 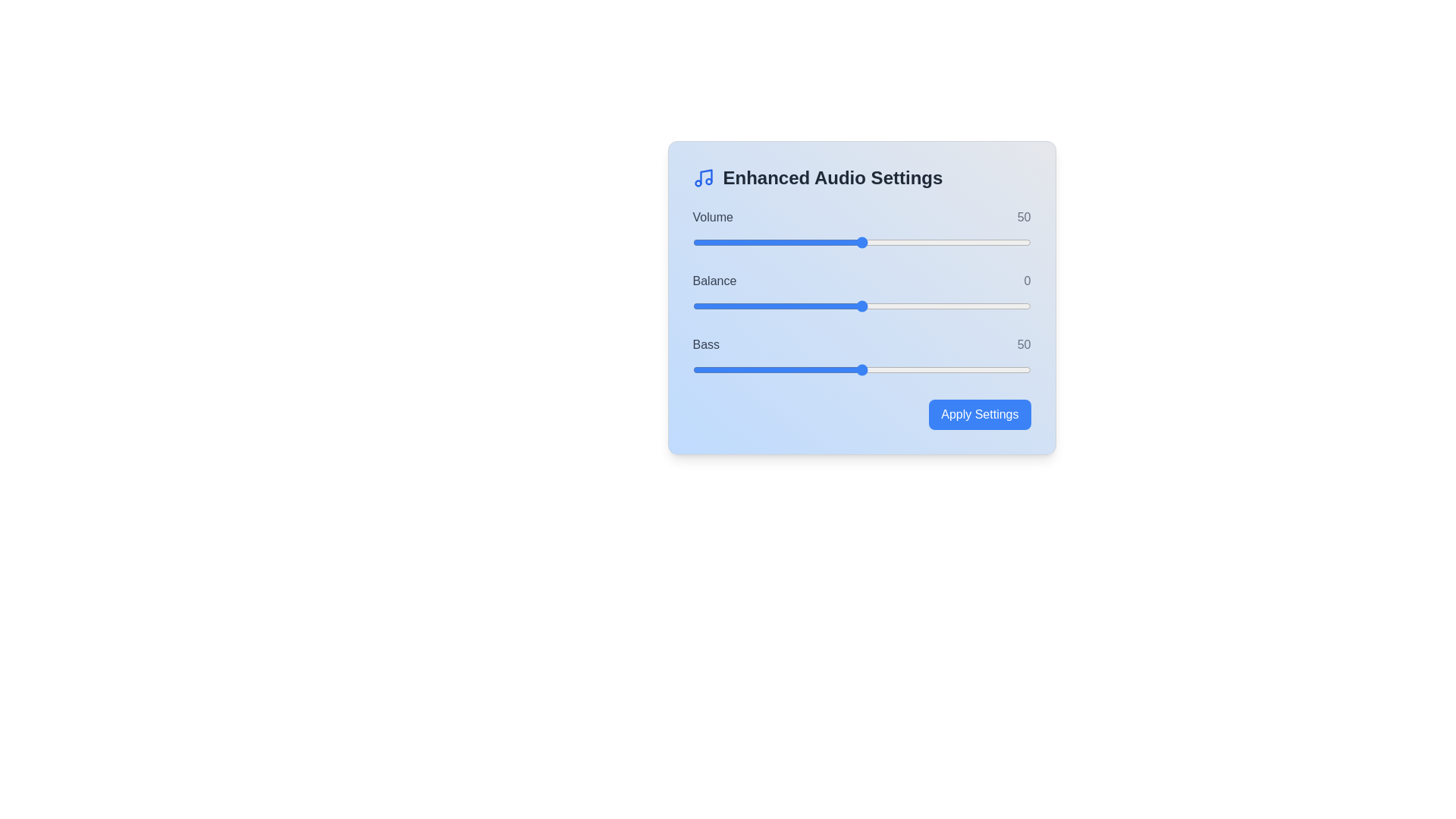 What do you see at coordinates (733, 370) in the screenshot?
I see `the bass slider to 12 percent` at bounding box center [733, 370].